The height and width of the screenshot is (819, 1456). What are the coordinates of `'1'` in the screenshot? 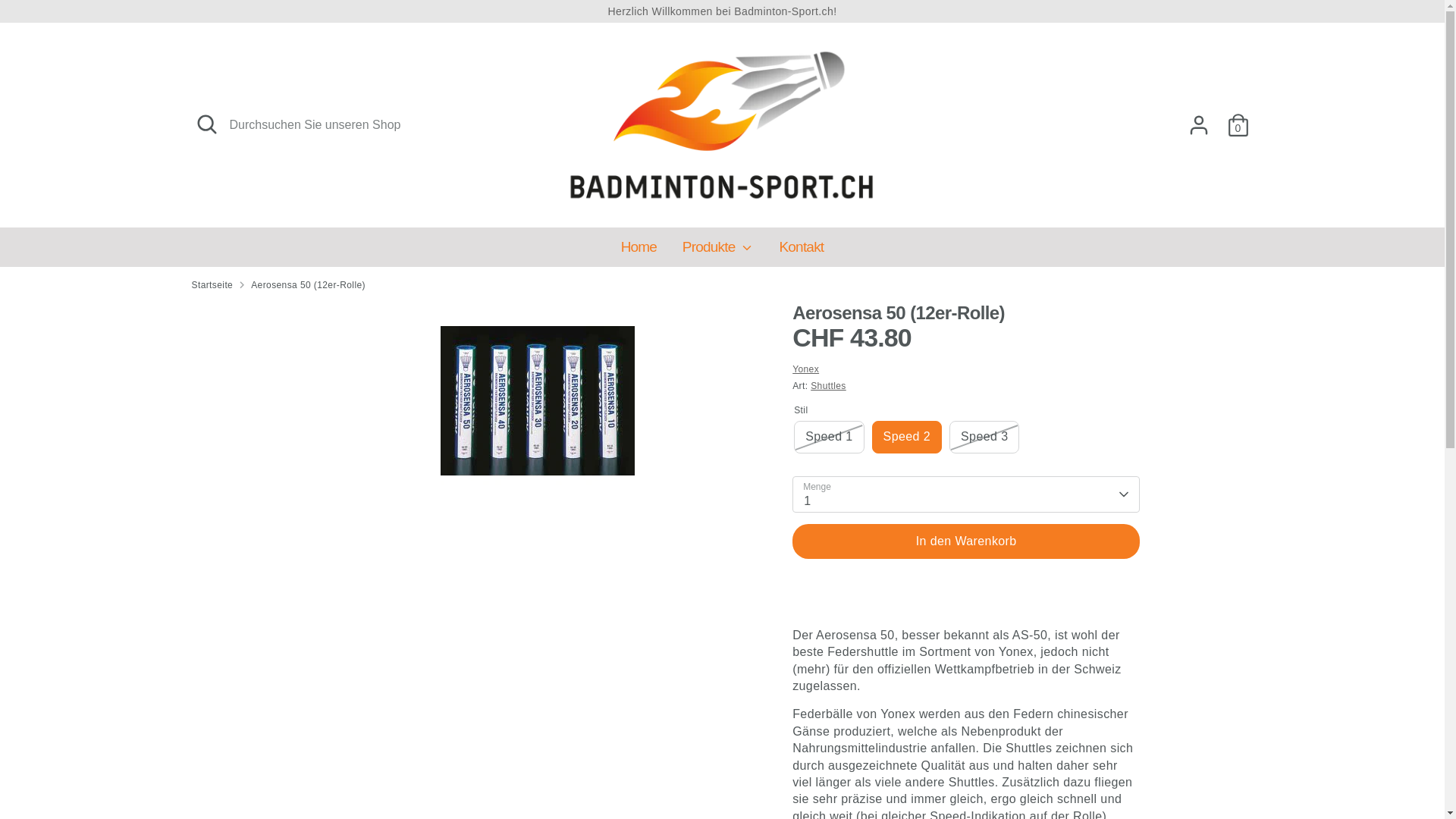 It's located at (965, 494).